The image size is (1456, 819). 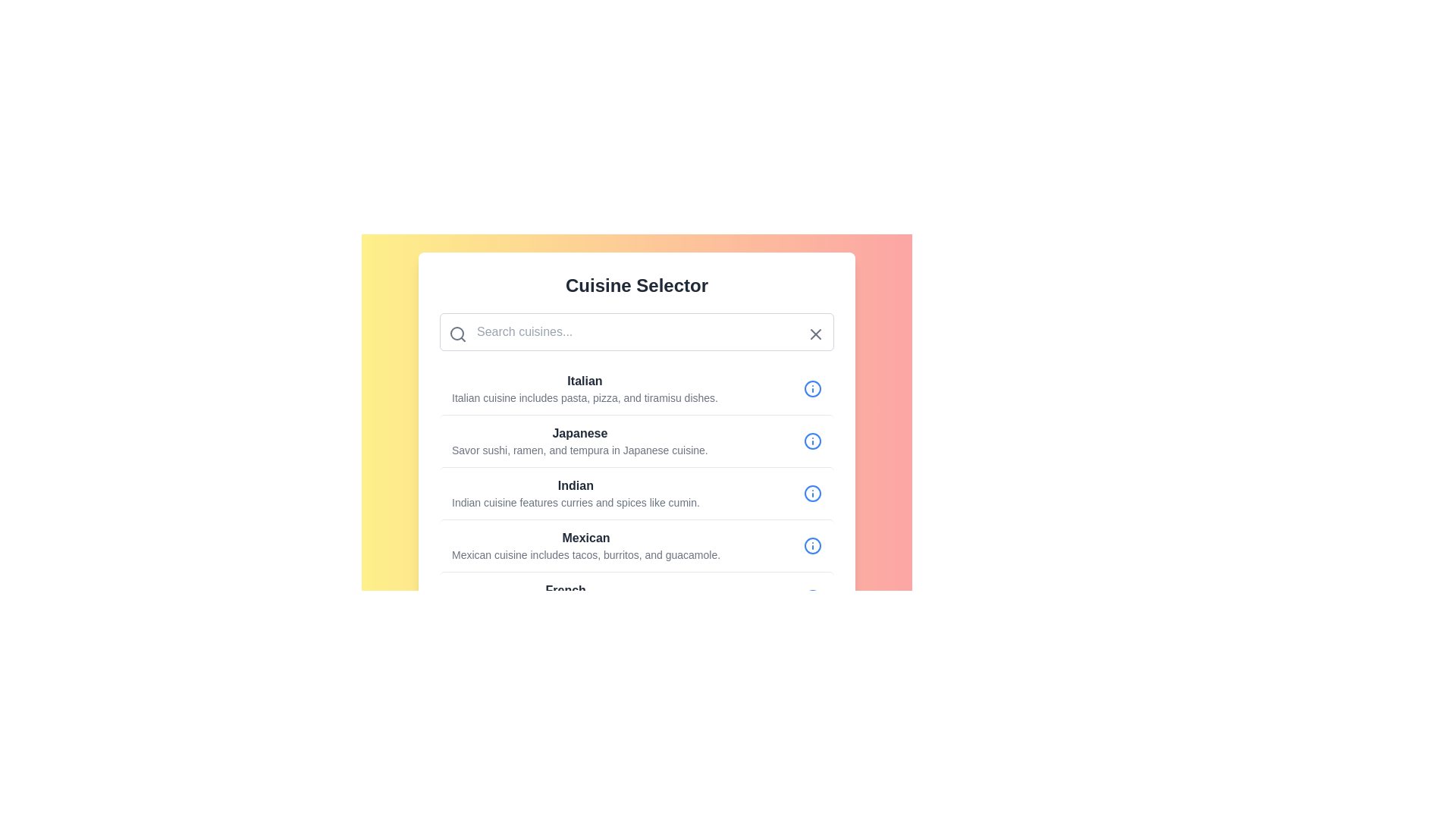 What do you see at coordinates (811, 546) in the screenshot?
I see `the informational icon with a blue stroke located to the right of the text 'Mexican'` at bounding box center [811, 546].